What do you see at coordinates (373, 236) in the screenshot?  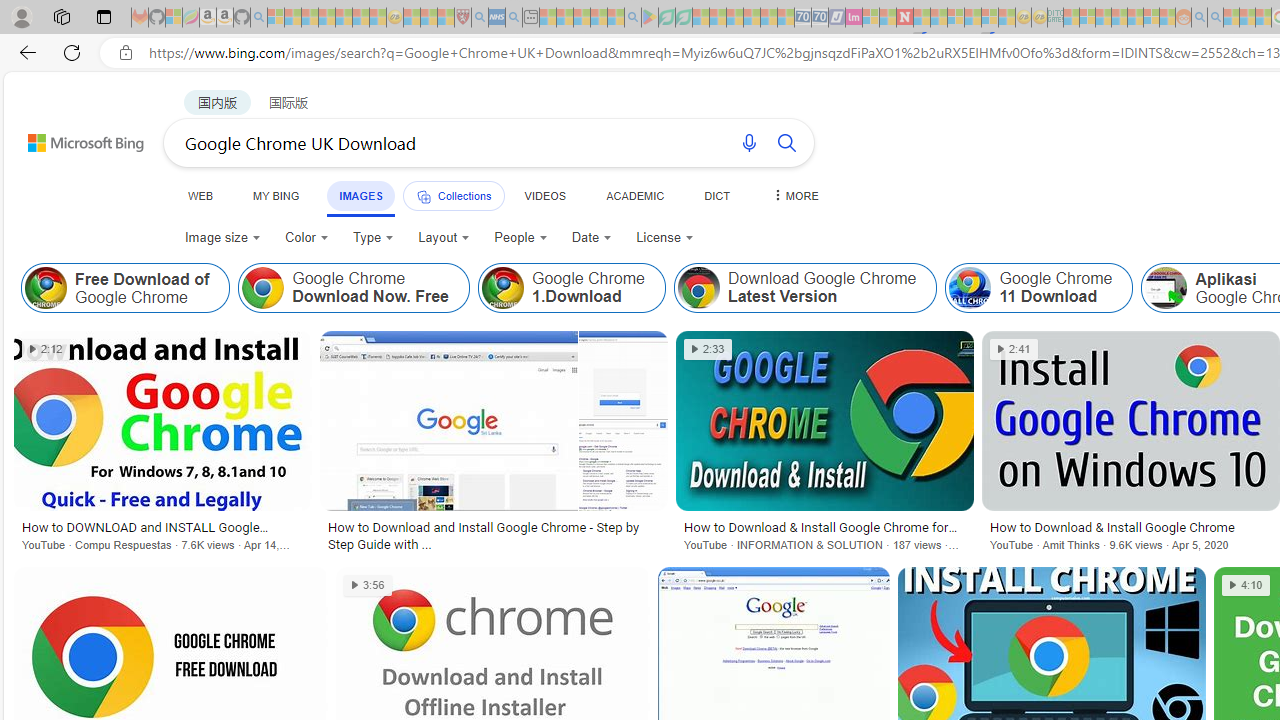 I see `'Type'` at bounding box center [373, 236].